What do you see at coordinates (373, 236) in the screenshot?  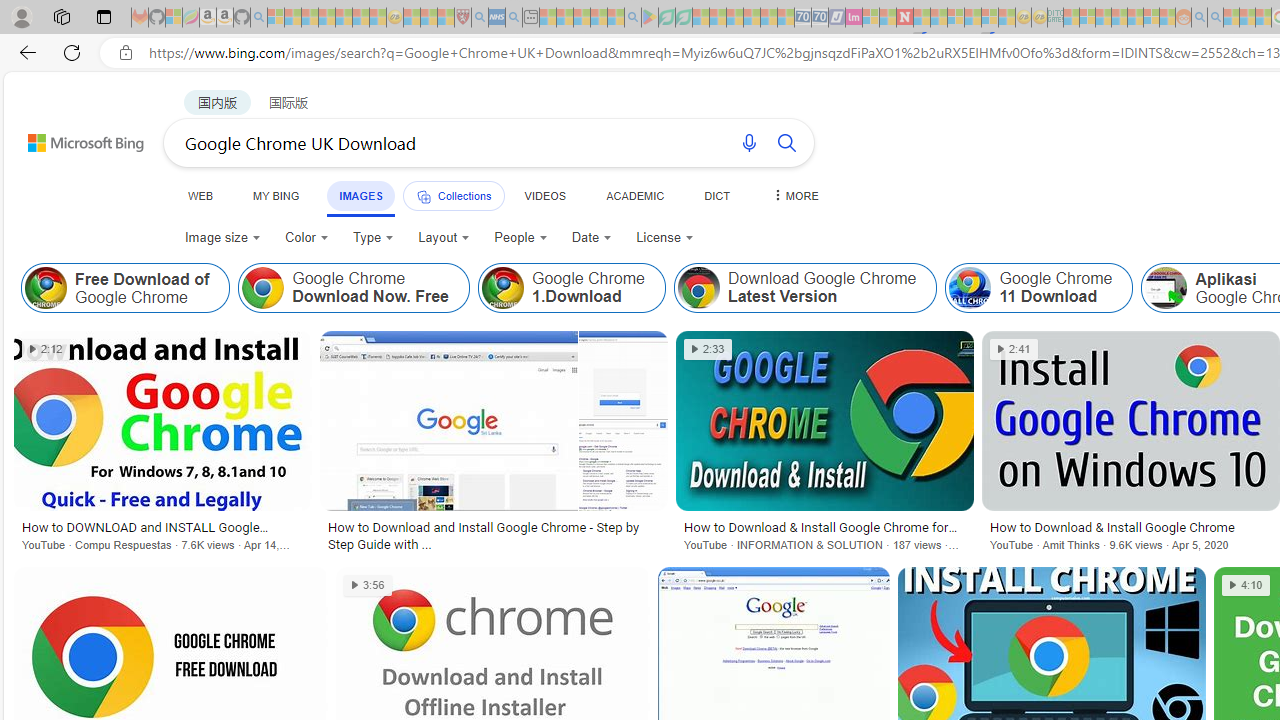 I see `'Type'` at bounding box center [373, 236].